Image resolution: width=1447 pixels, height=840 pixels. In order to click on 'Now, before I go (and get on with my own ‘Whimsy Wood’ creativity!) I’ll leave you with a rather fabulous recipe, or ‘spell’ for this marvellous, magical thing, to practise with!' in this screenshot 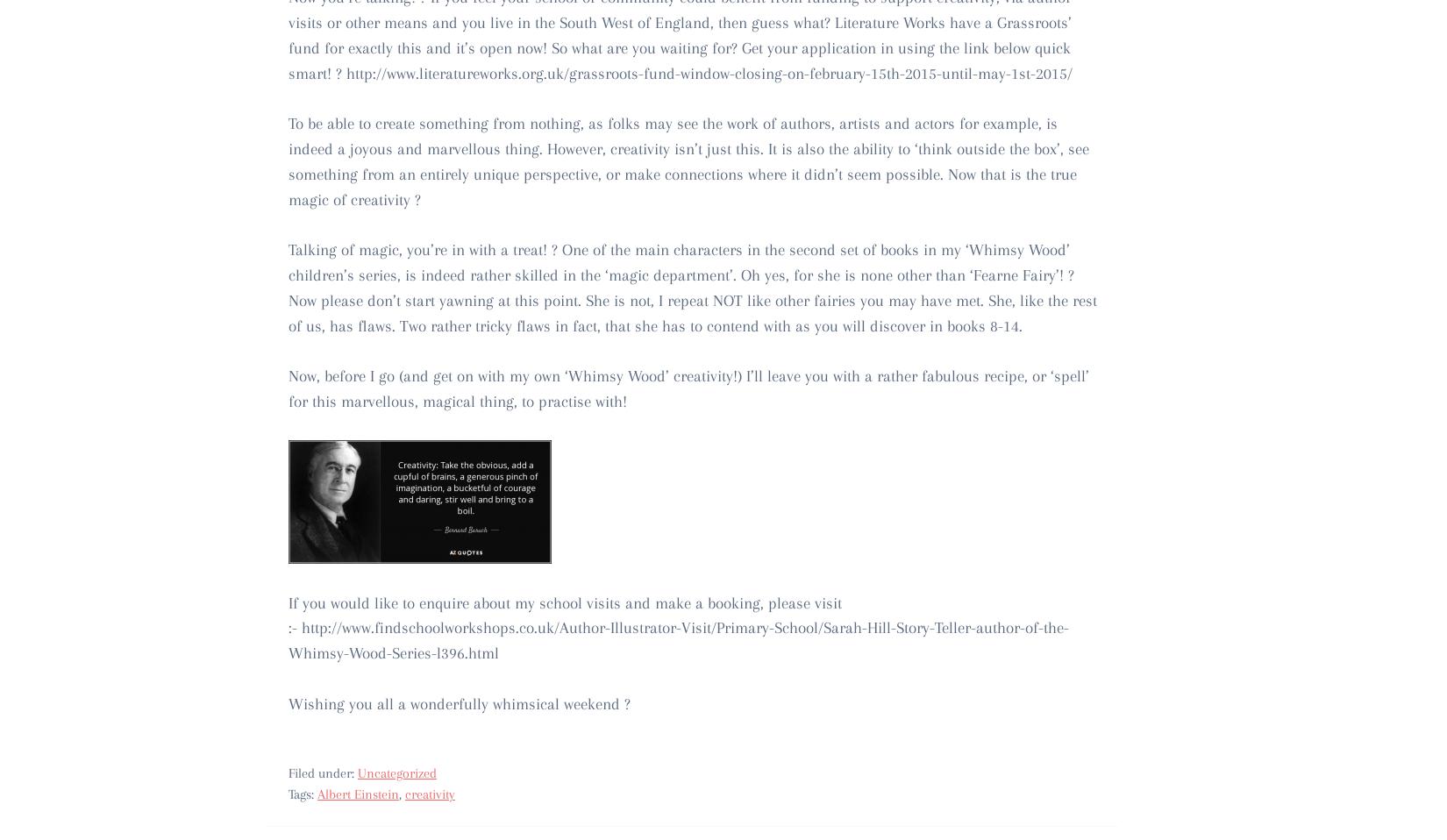, I will do `click(688, 388)`.